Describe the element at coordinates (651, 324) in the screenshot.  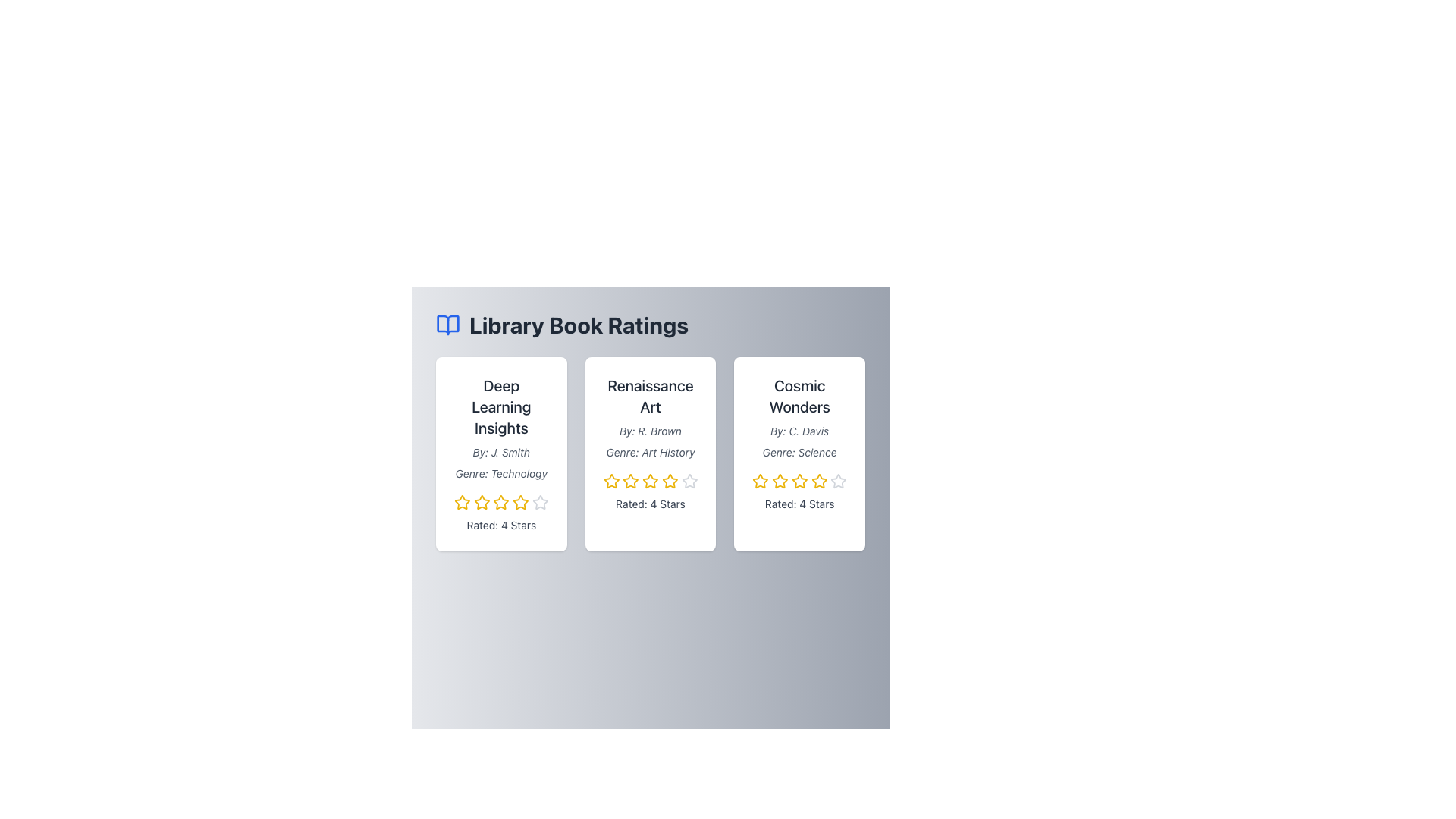
I see `the Header with icon and text that includes an open book icon and the title 'Library Book Ratings'` at that location.